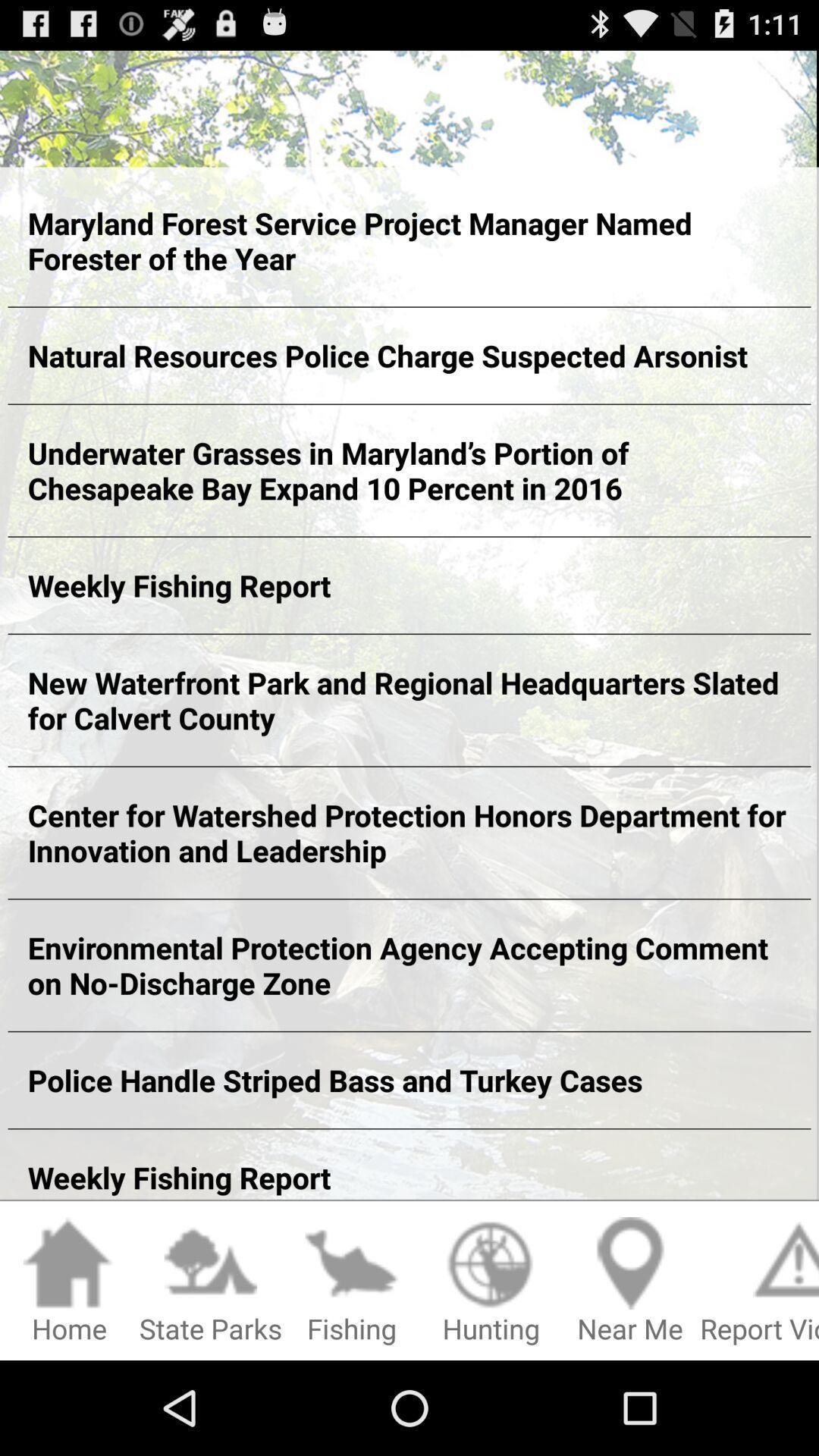 The height and width of the screenshot is (1456, 819). I want to click on the item to the right of the near me item, so click(759, 1281).